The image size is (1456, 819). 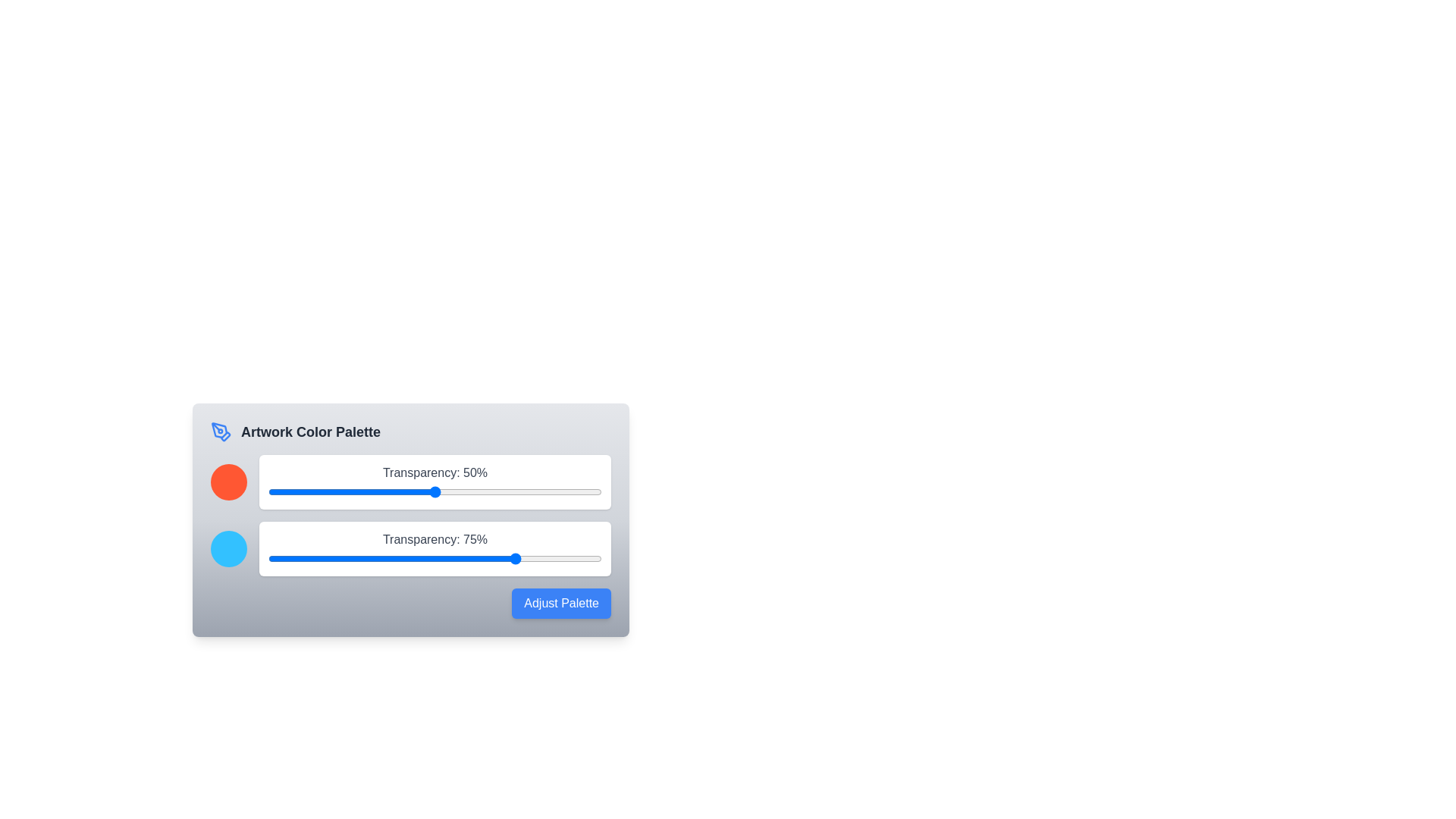 What do you see at coordinates (412, 491) in the screenshot?
I see `the transparency slider for color 1 to 43%` at bounding box center [412, 491].